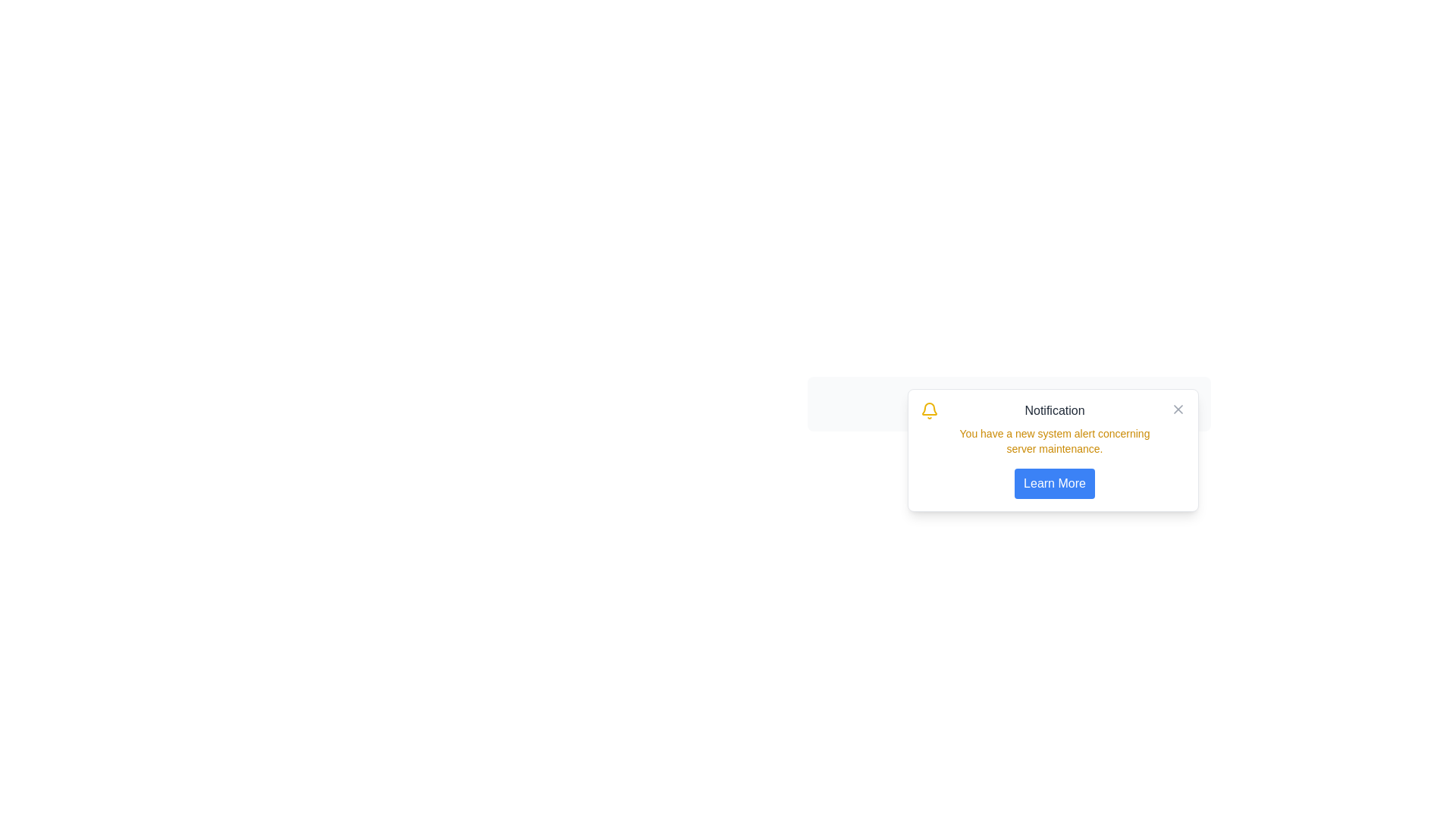 This screenshot has height=819, width=1456. I want to click on text from the header of the notification card, which is located at the top-left corner and serves as a concise summary of the card's content, so click(1054, 411).